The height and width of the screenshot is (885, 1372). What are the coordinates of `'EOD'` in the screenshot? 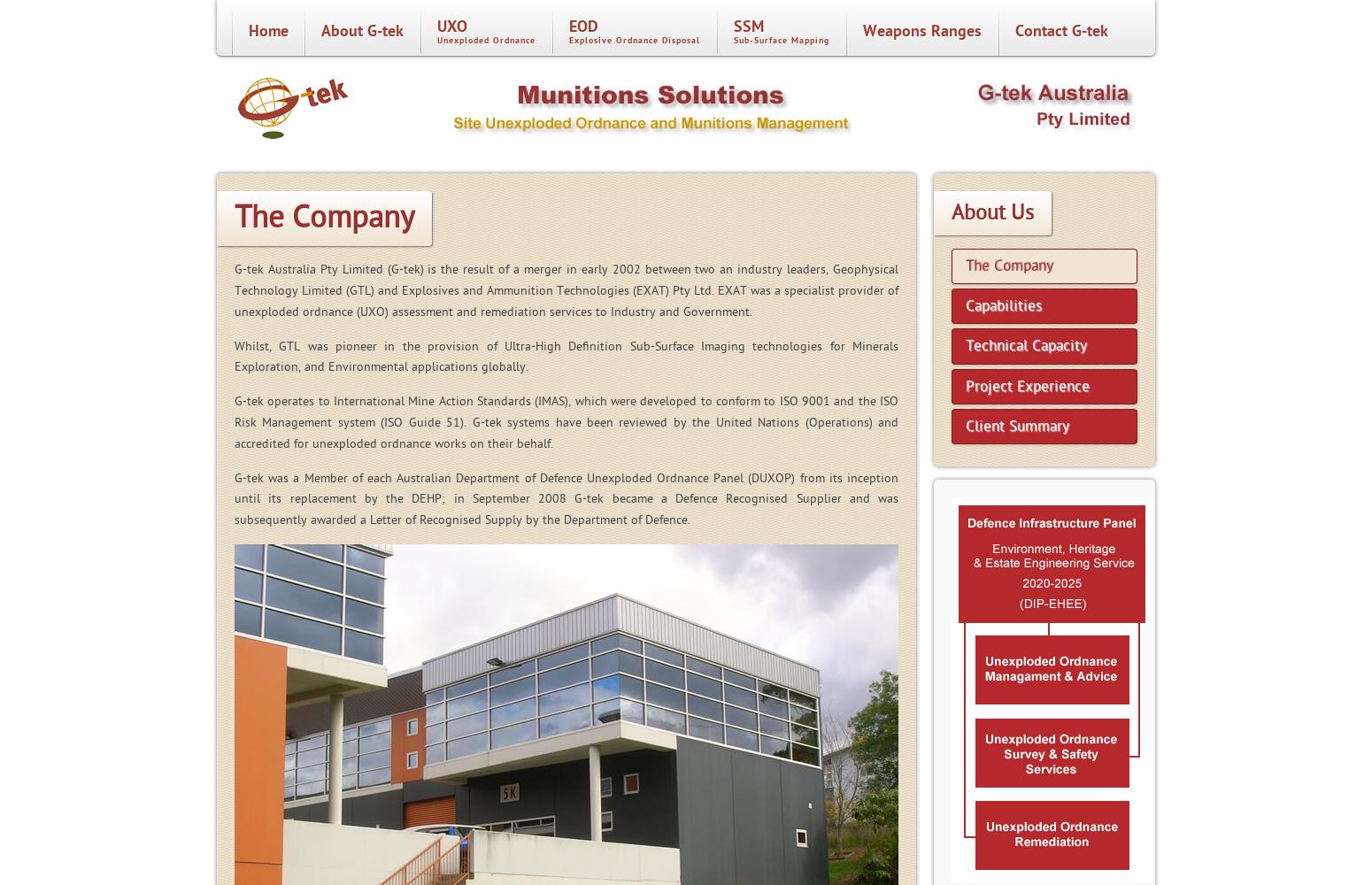 It's located at (582, 27).